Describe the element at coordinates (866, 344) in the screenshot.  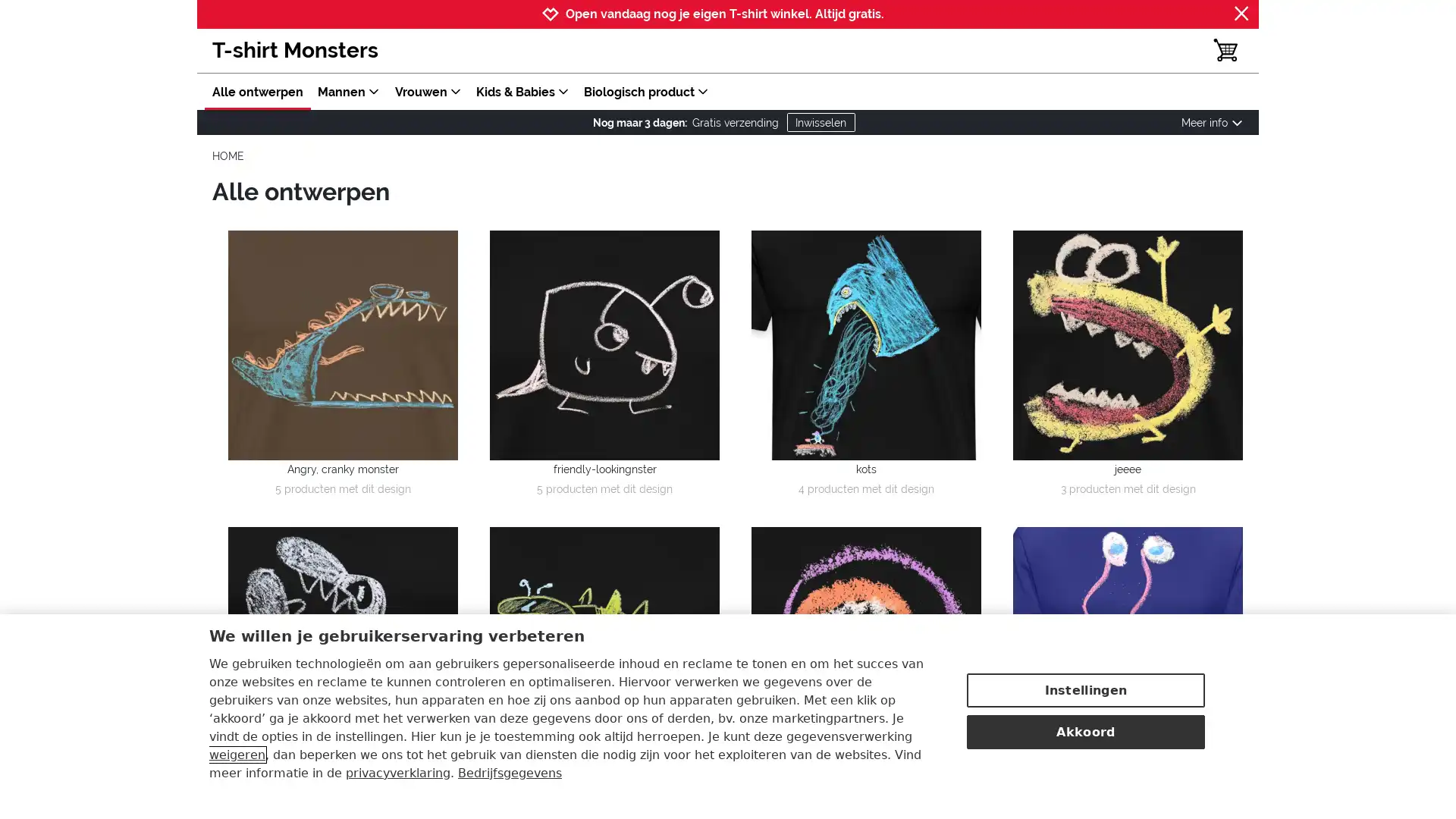
I see `kots - Mannen Premium T-shirt` at that location.